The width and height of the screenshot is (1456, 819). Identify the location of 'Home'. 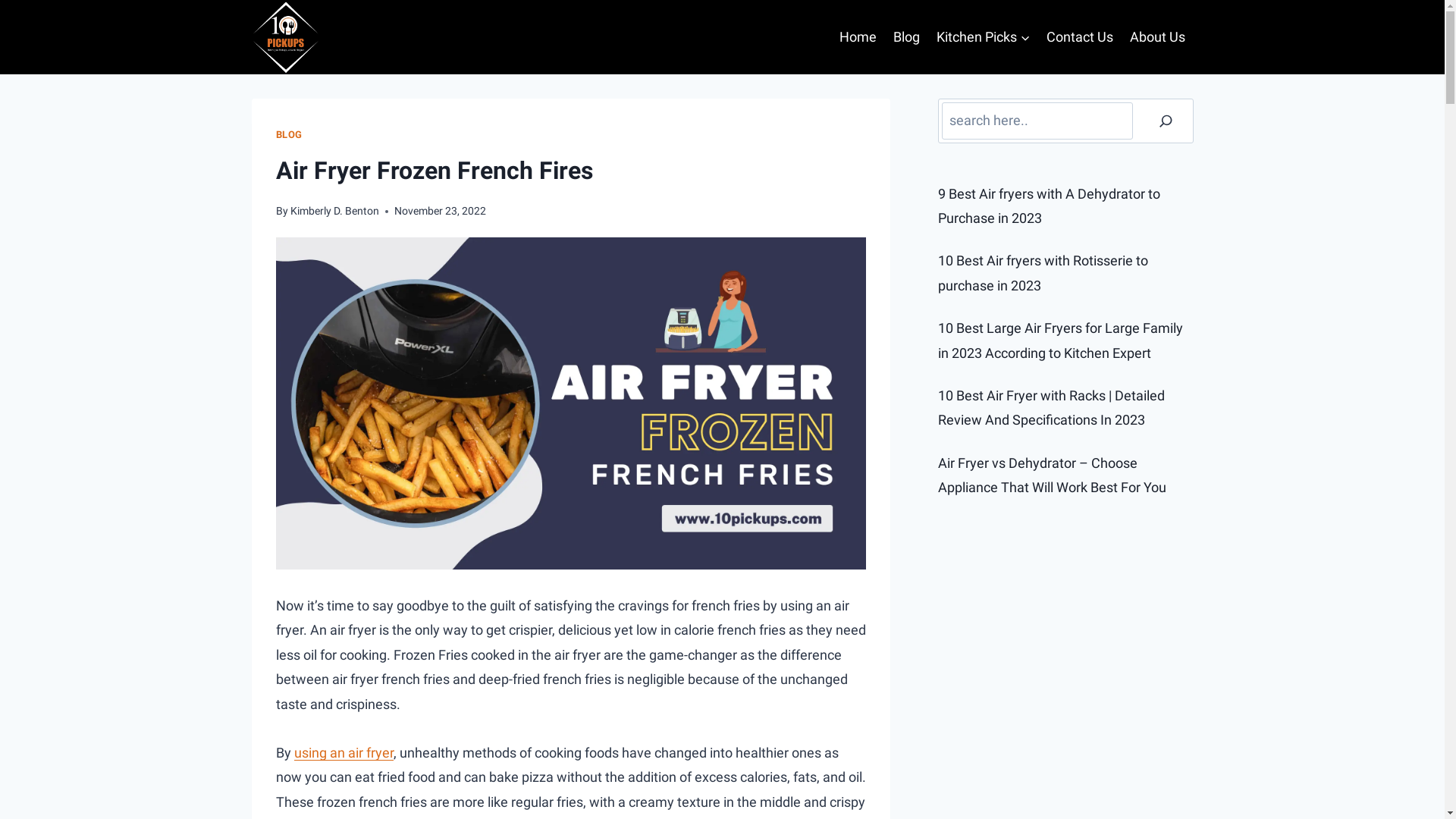
(858, 36).